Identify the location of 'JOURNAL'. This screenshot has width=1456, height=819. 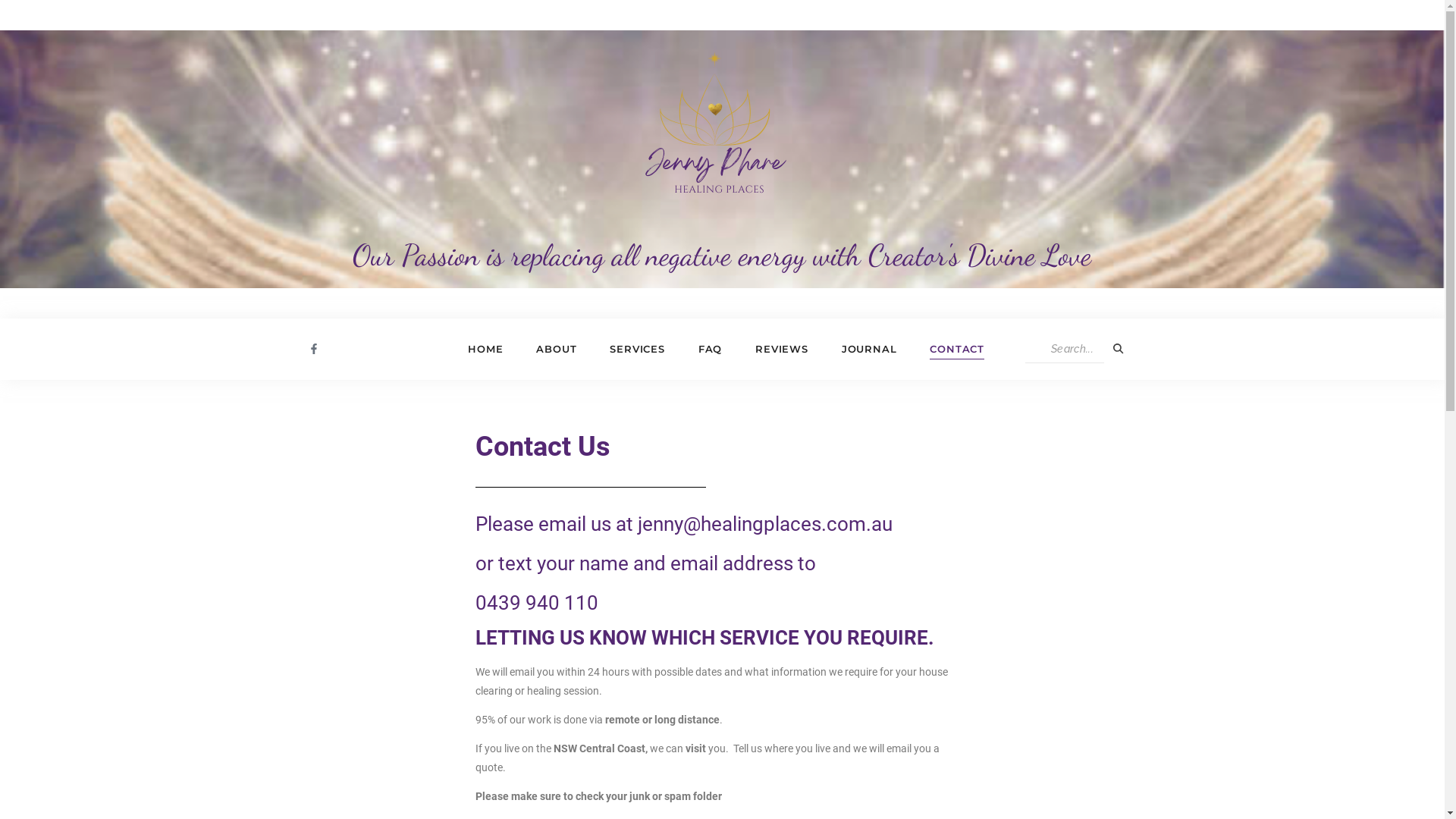
(832, 349).